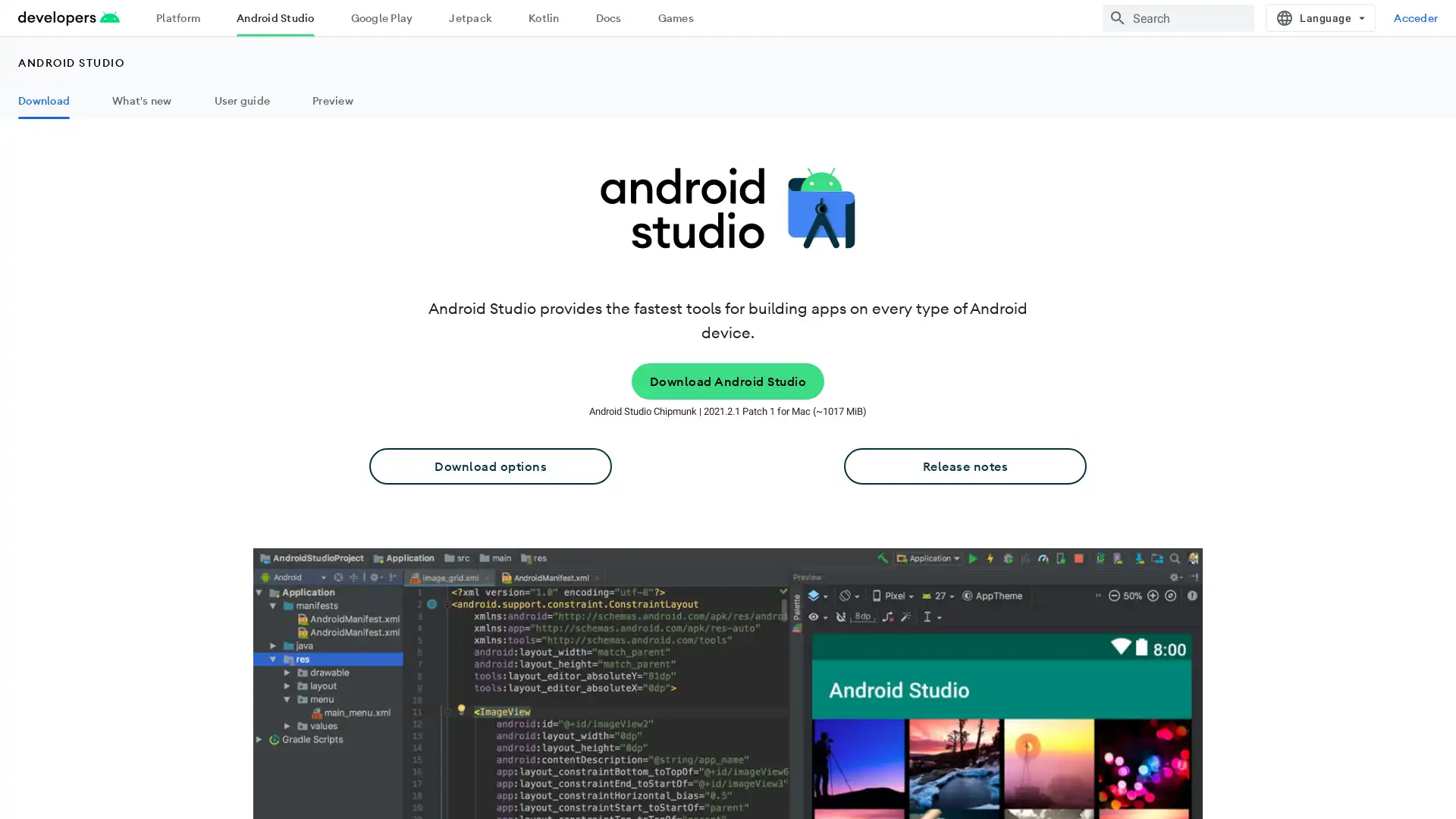 The width and height of the screenshot is (1456, 819). I want to click on Download Android Studio, so click(726, 380).